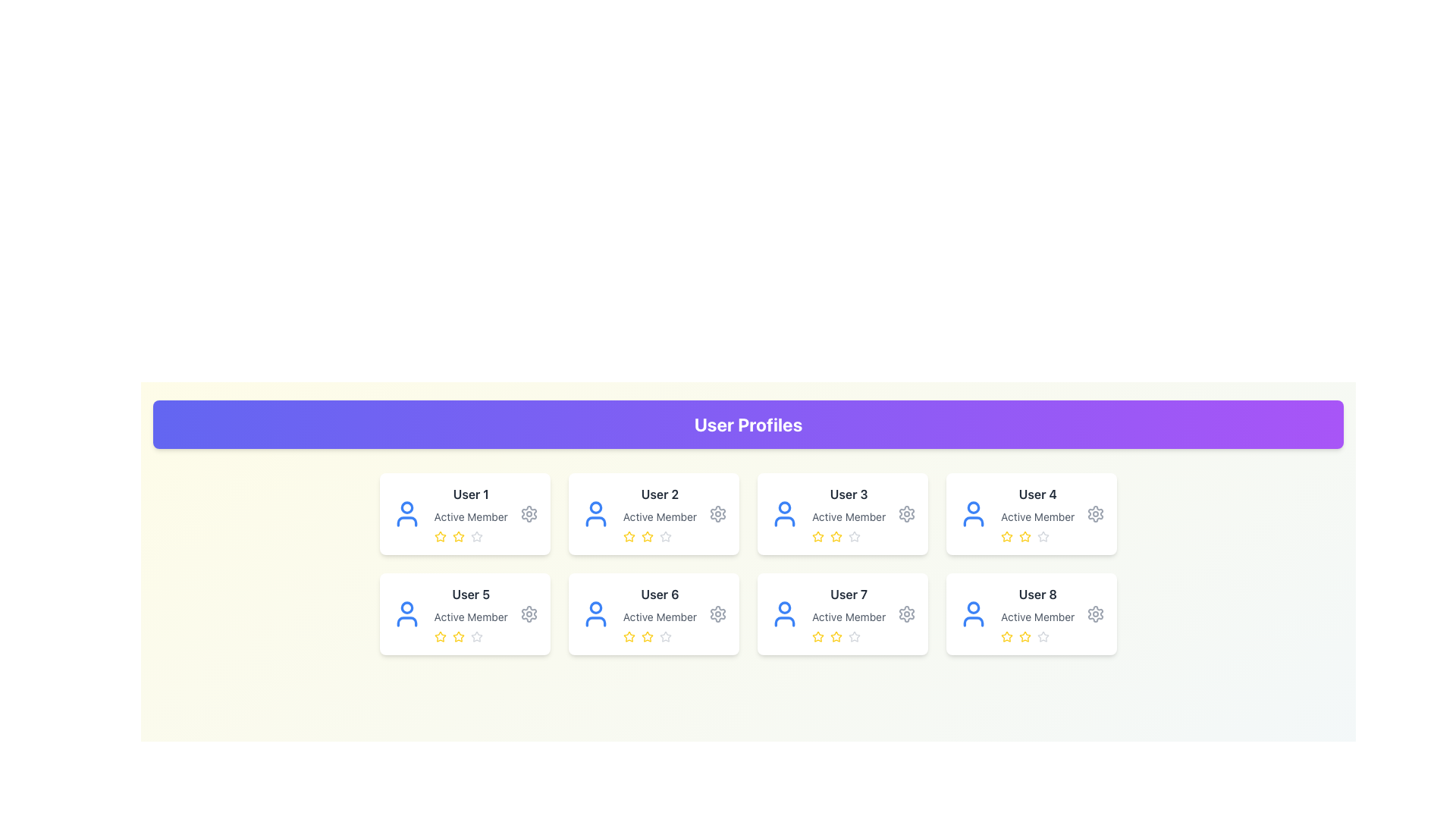 This screenshot has width=1456, height=819. What do you see at coordinates (785, 622) in the screenshot?
I see `the bottom part of the user profile icon for 'User 7'` at bounding box center [785, 622].